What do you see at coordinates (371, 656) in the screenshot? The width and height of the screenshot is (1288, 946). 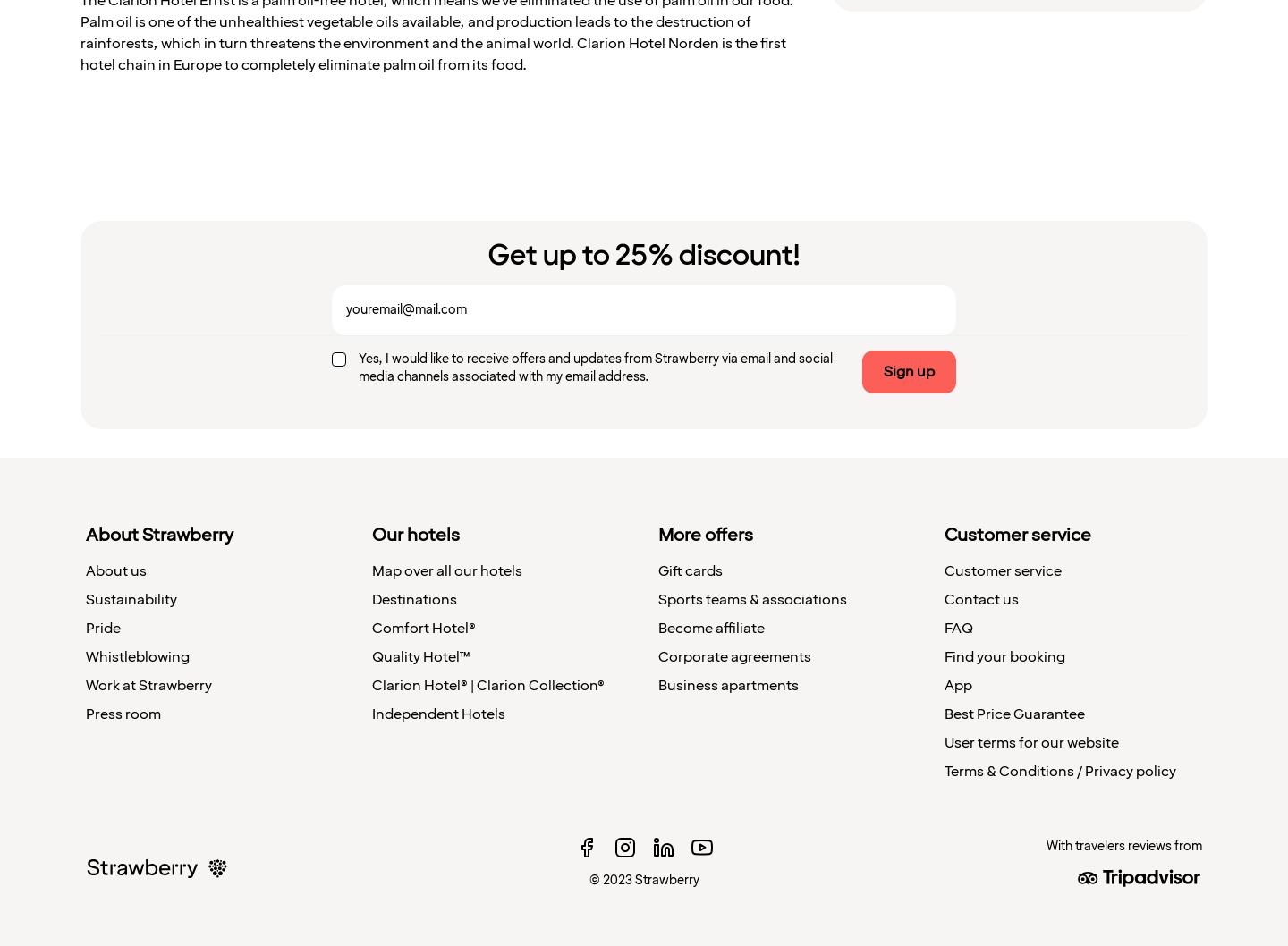 I see `'Quality Hotel™'` at bounding box center [371, 656].